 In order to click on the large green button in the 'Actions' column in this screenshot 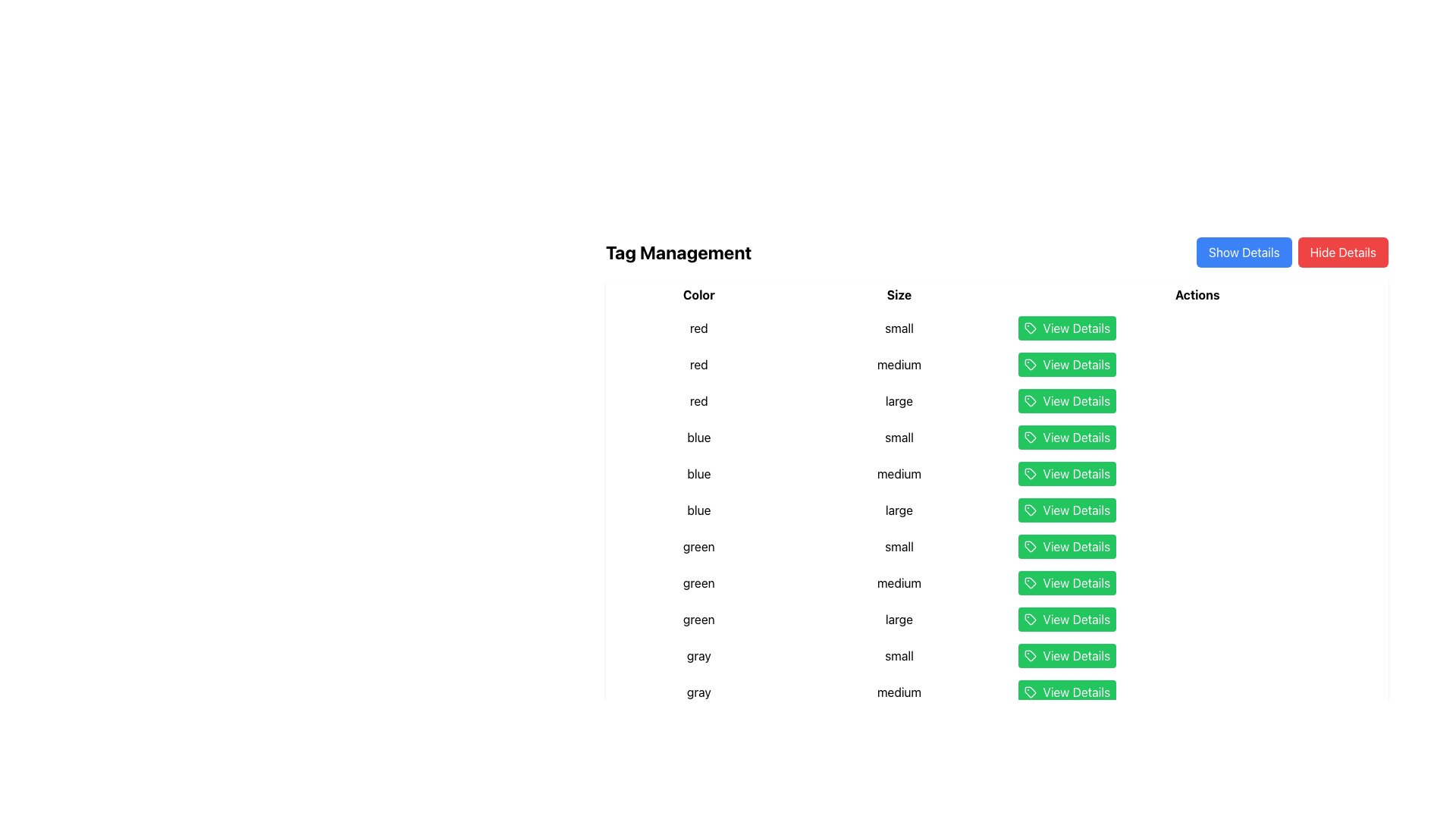, I will do `click(1066, 510)`.